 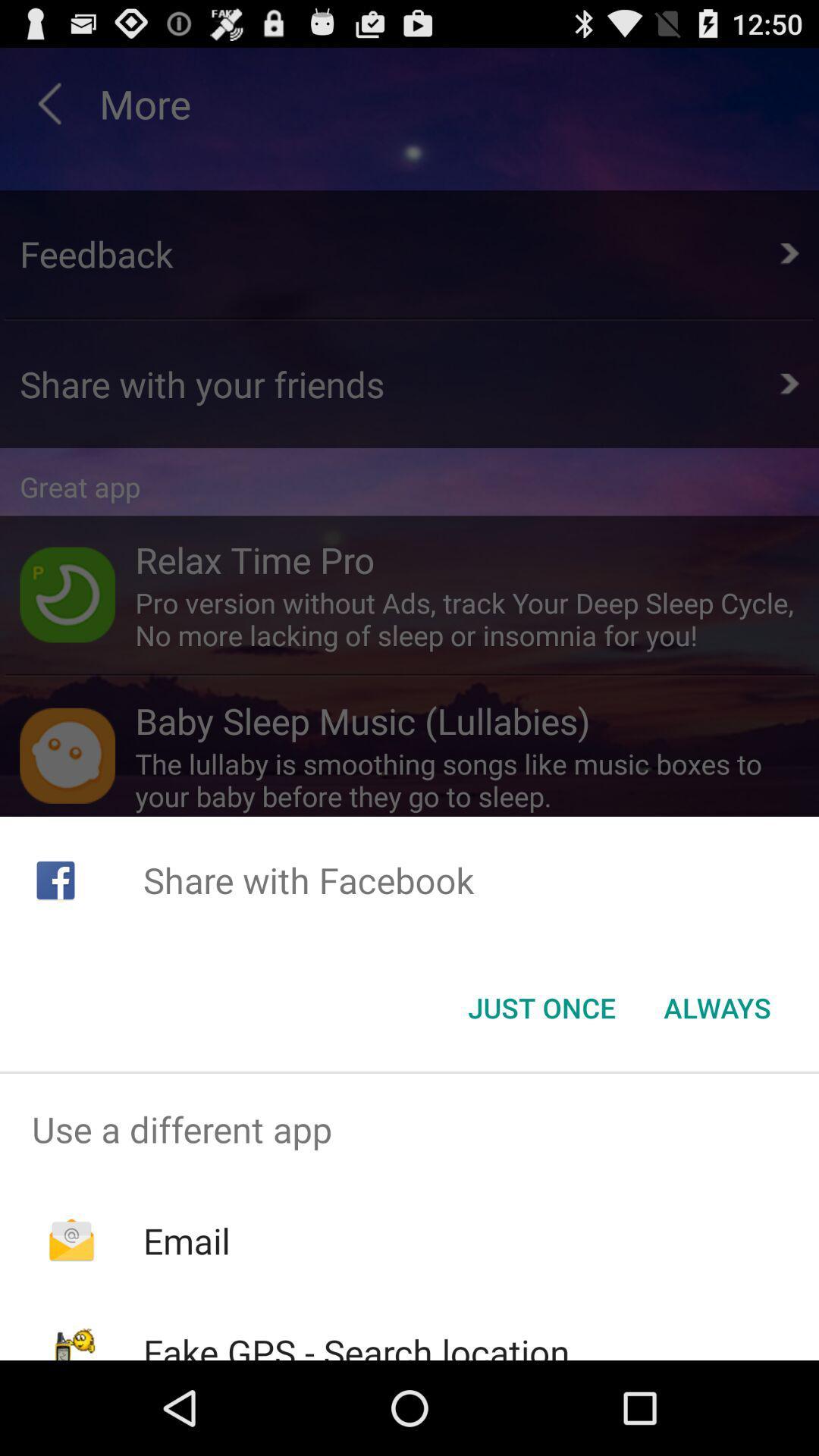 What do you see at coordinates (717, 1008) in the screenshot?
I see `button next to the just once item` at bounding box center [717, 1008].